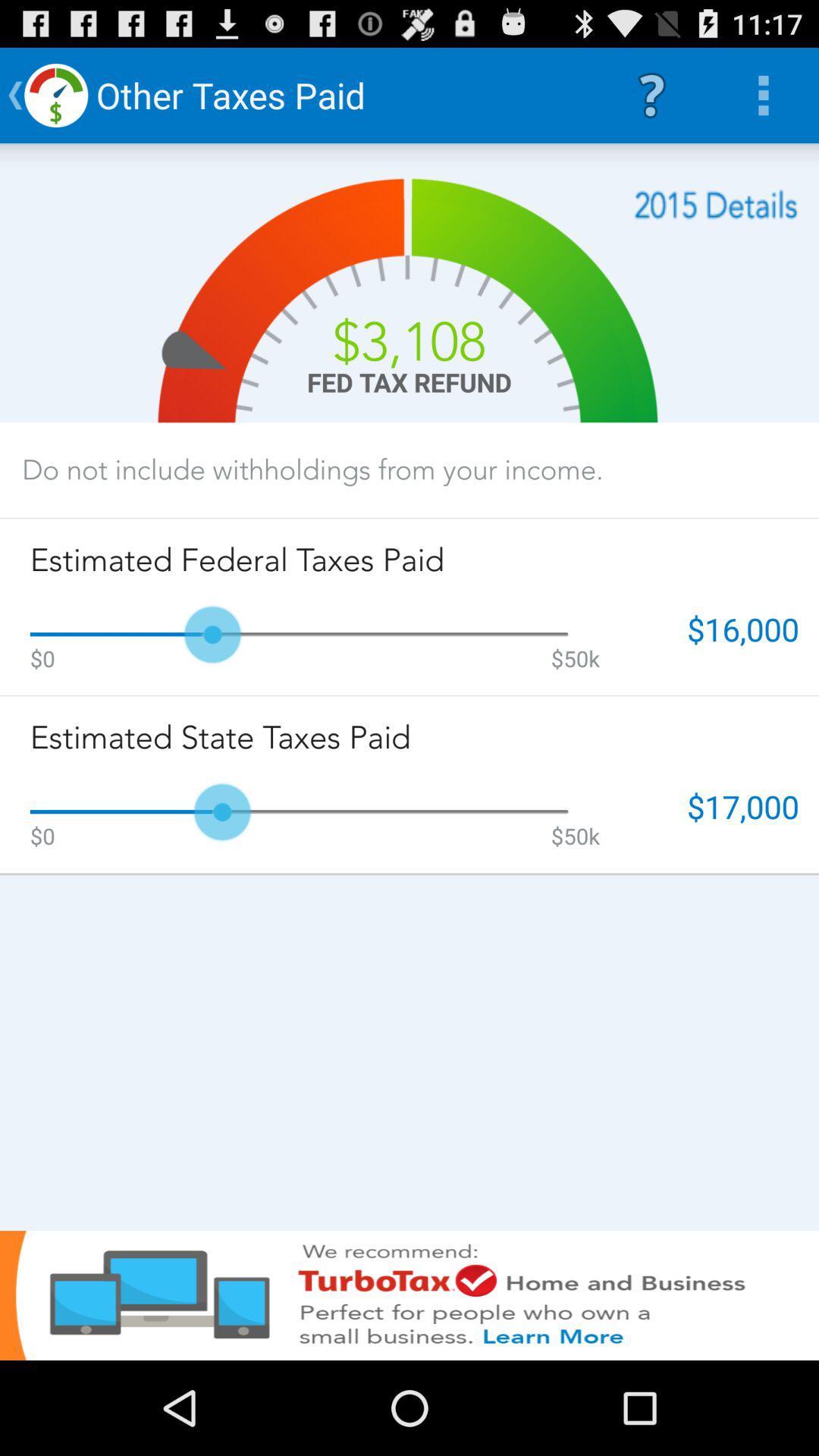  What do you see at coordinates (716, 204) in the screenshot?
I see `the icon above the $16,000 icon` at bounding box center [716, 204].